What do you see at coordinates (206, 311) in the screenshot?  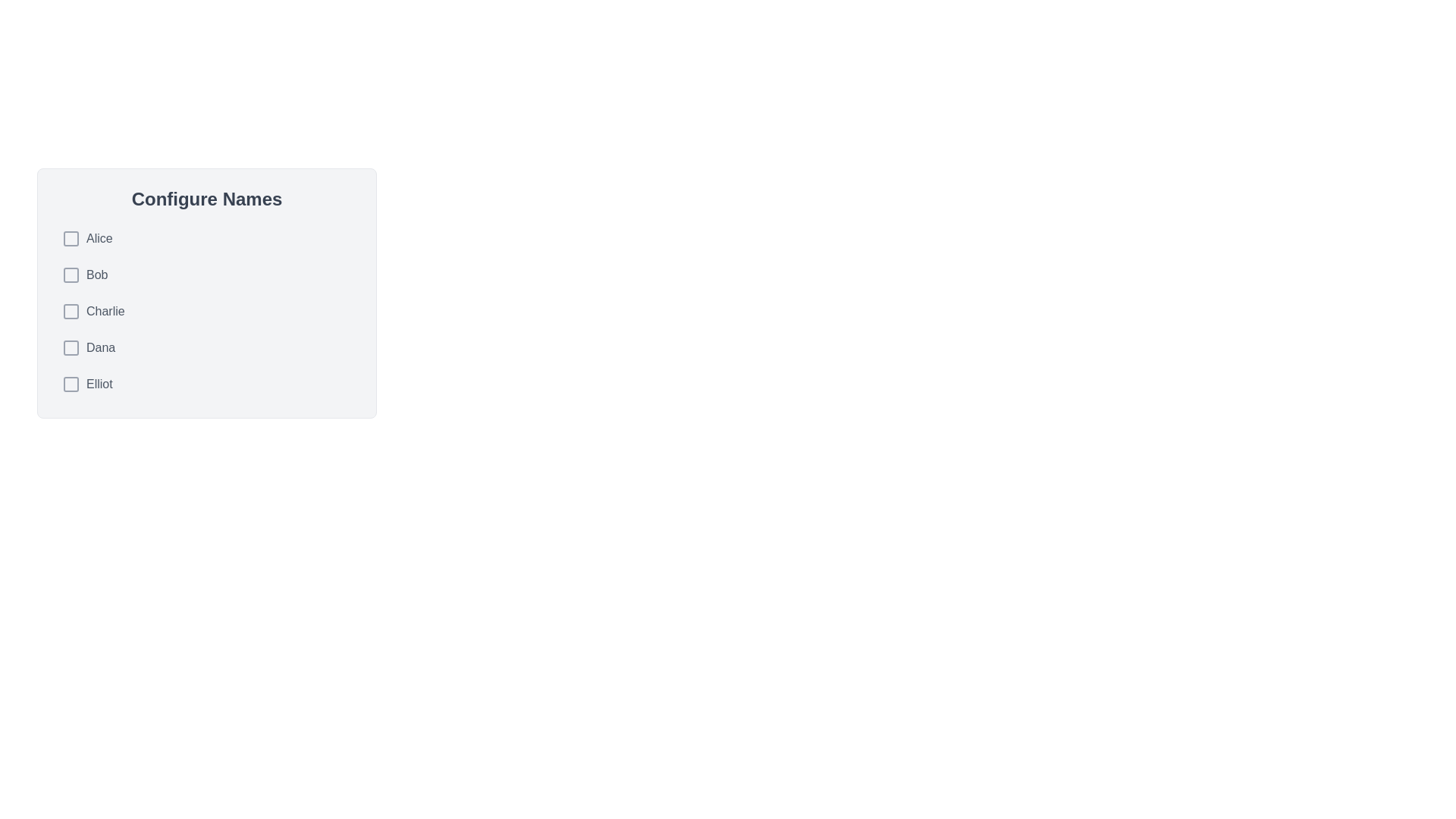 I see `the checkbox labeled 'Charlie'` at bounding box center [206, 311].